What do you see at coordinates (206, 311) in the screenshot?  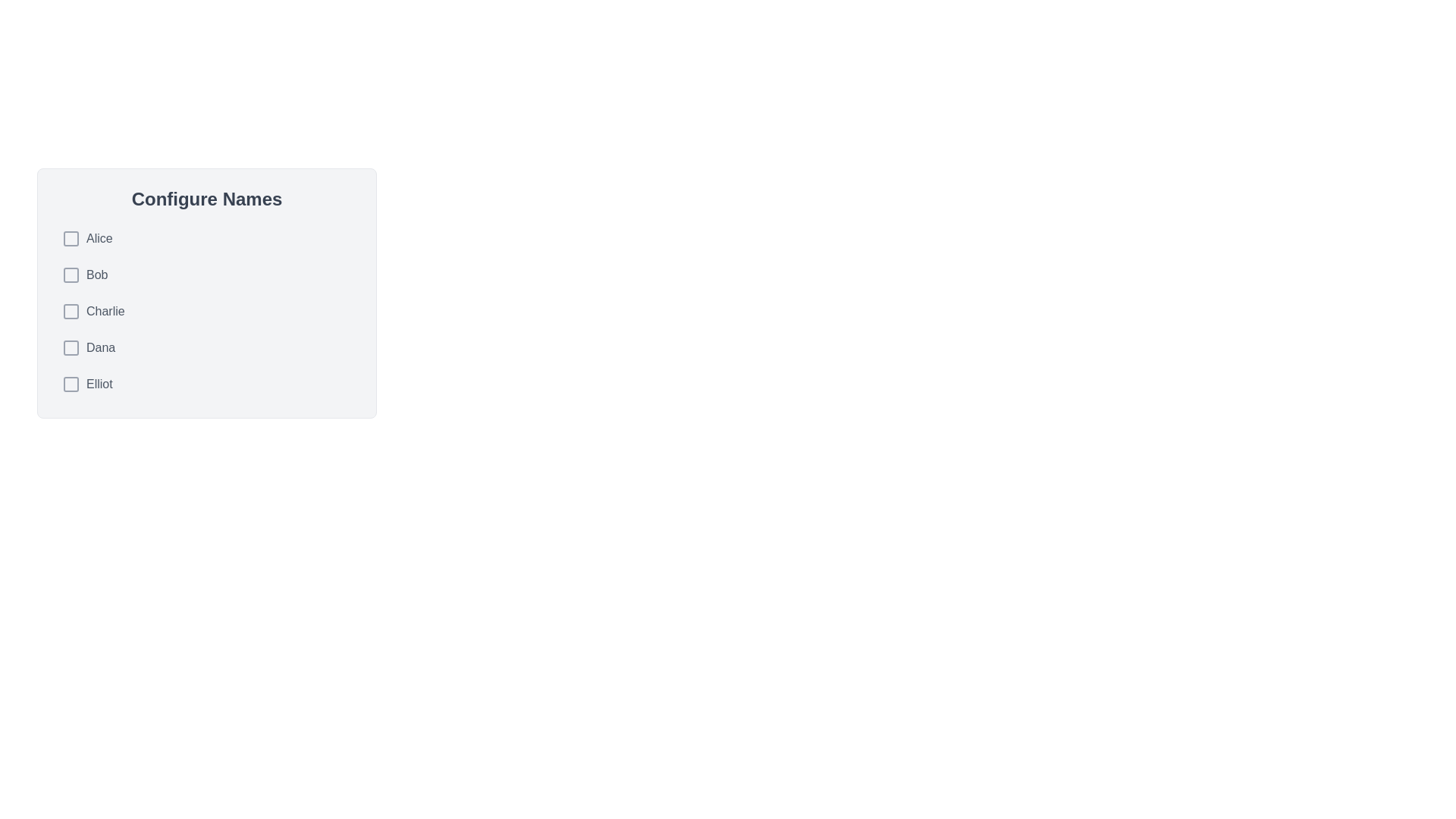 I see `the checkbox labeled 'Charlie'` at bounding box center [206, 311].